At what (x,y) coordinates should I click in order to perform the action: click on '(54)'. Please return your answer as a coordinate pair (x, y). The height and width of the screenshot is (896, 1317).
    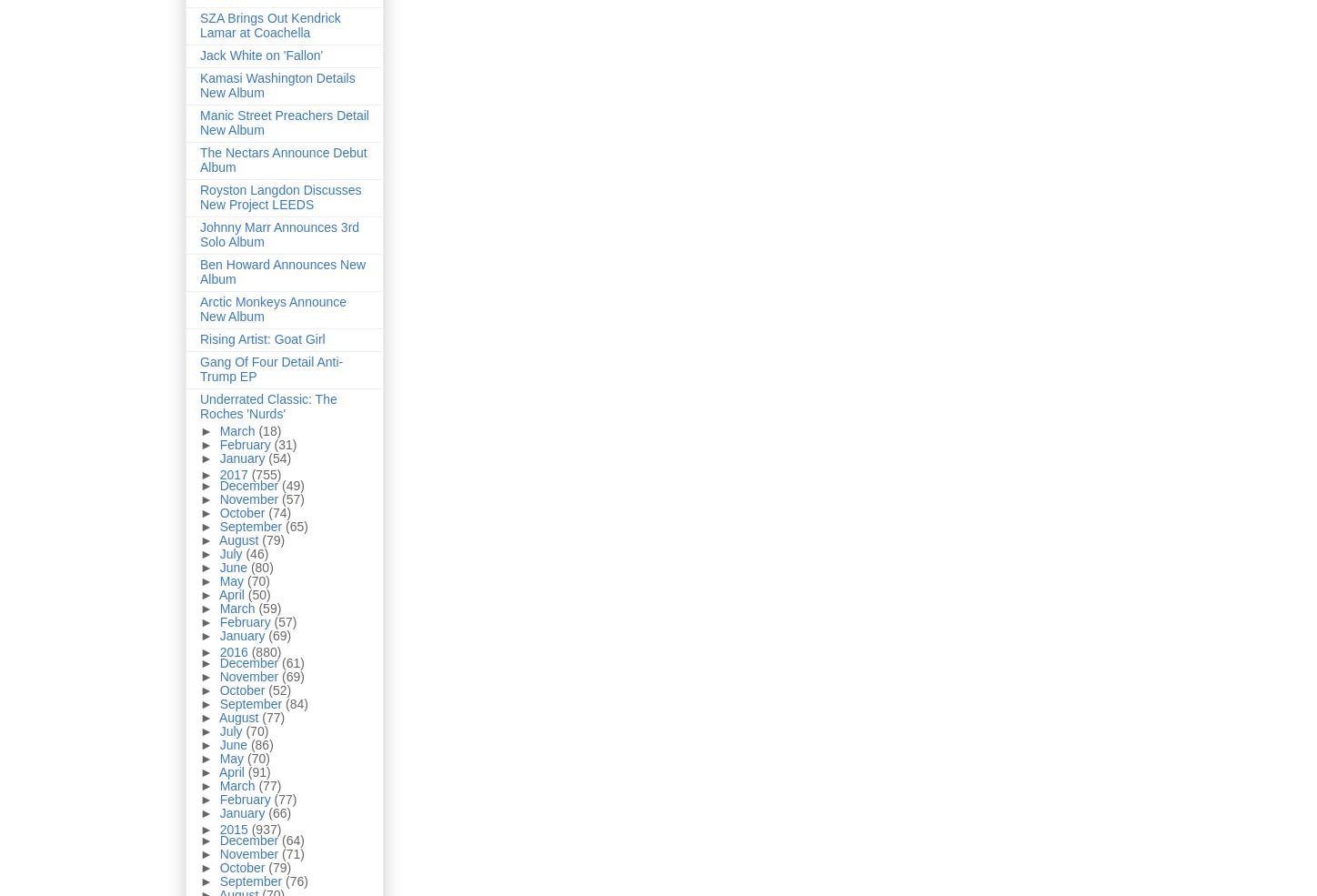
    Looking at the image, I should click on (278, 458).